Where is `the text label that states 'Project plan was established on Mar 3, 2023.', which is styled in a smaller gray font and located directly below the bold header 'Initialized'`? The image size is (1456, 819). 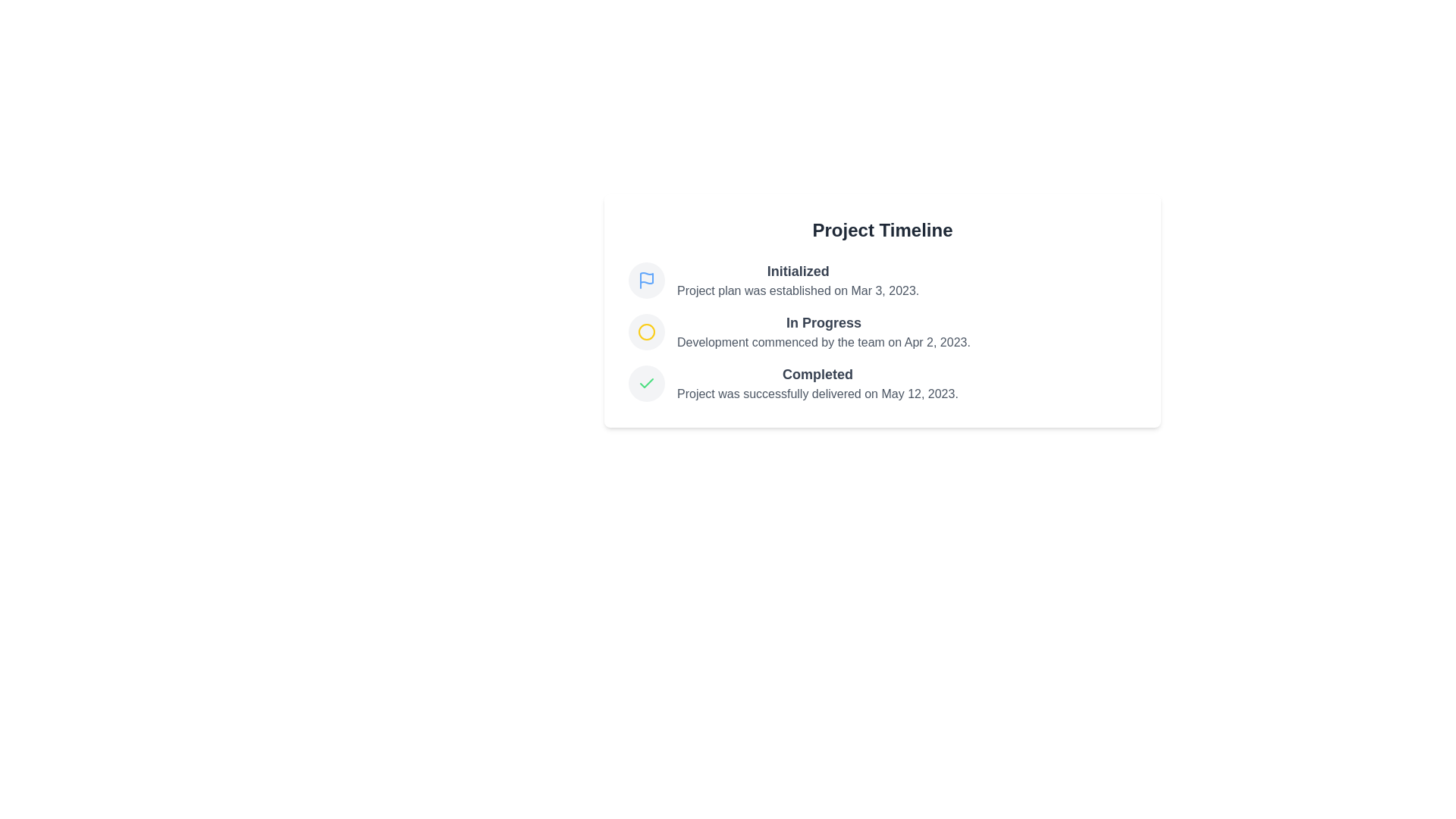 the text label that states 'Project plan was established on Mar 3, 2023.', which is styled in a smaller gray font and located directly below the bold header 'Initialized' is located at coordinates (797, 291).